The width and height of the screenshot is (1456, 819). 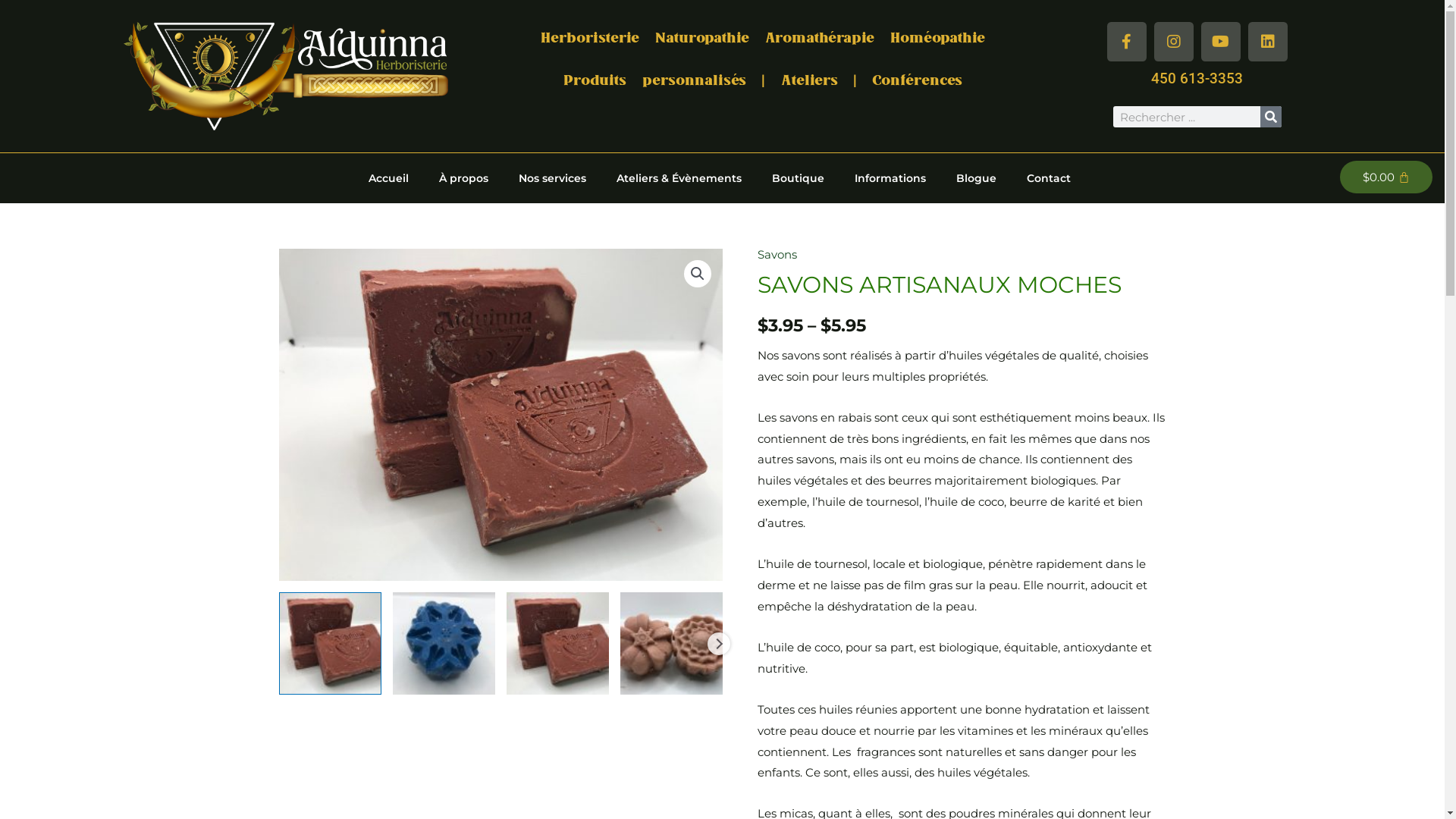 I want to click on 'Next', so click(x=717, y=643).